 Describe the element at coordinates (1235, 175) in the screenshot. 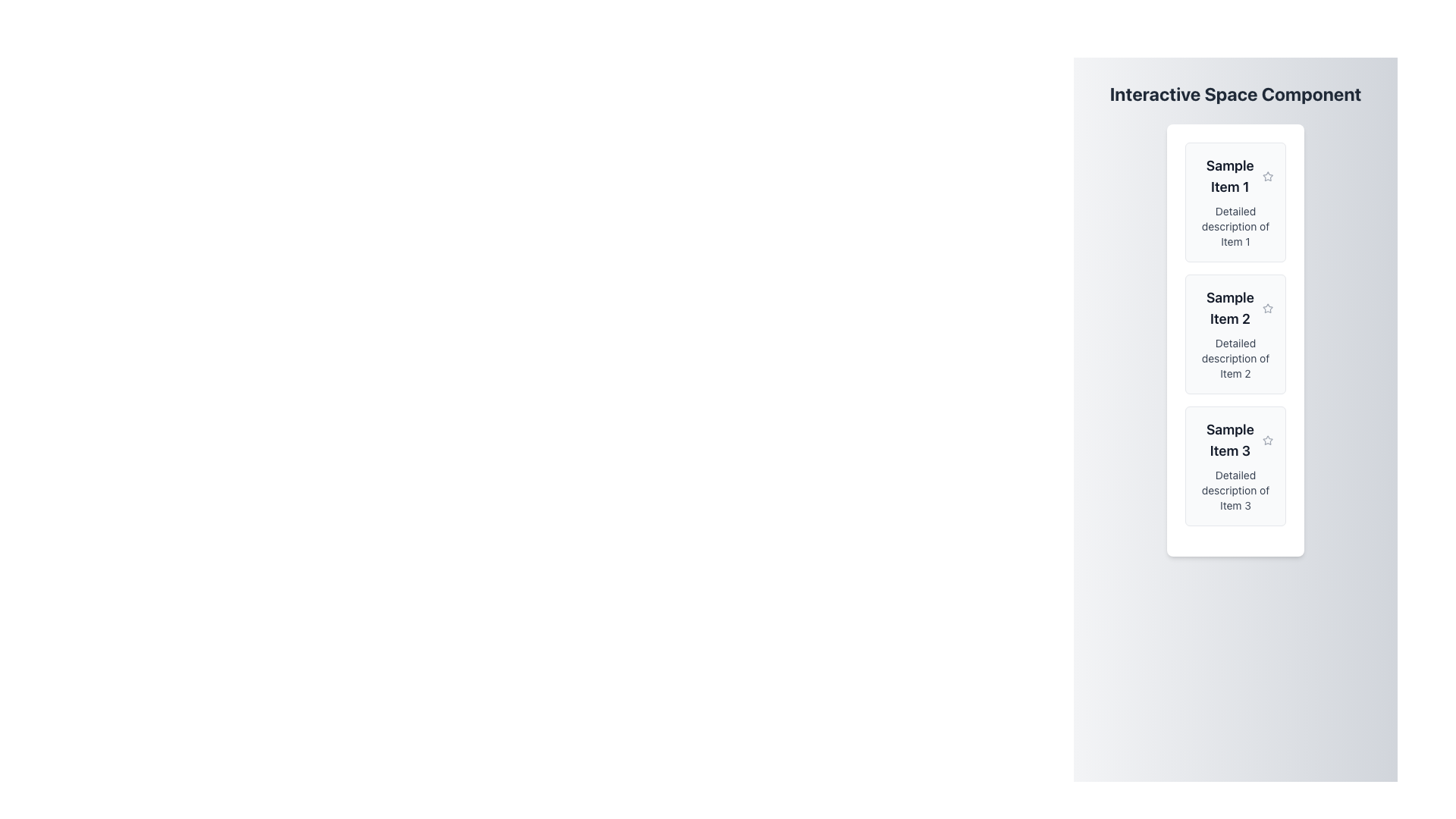

I see `the text label displaying 'Sample Item 1', which is styled in a large, bold font and located at the top of the first card in a vertical list of cards` at that location.